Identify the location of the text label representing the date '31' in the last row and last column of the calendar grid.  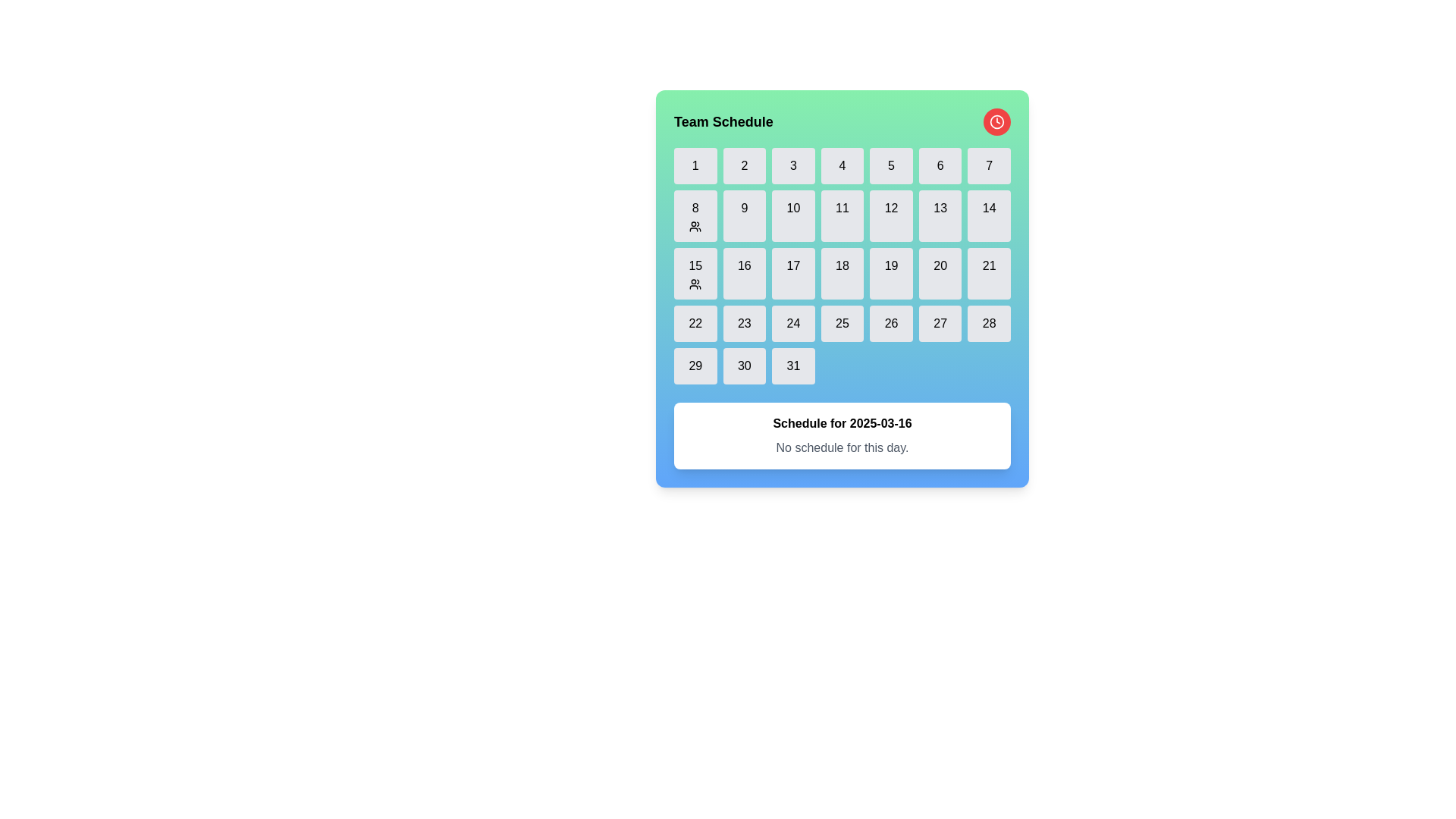
(792, 366).